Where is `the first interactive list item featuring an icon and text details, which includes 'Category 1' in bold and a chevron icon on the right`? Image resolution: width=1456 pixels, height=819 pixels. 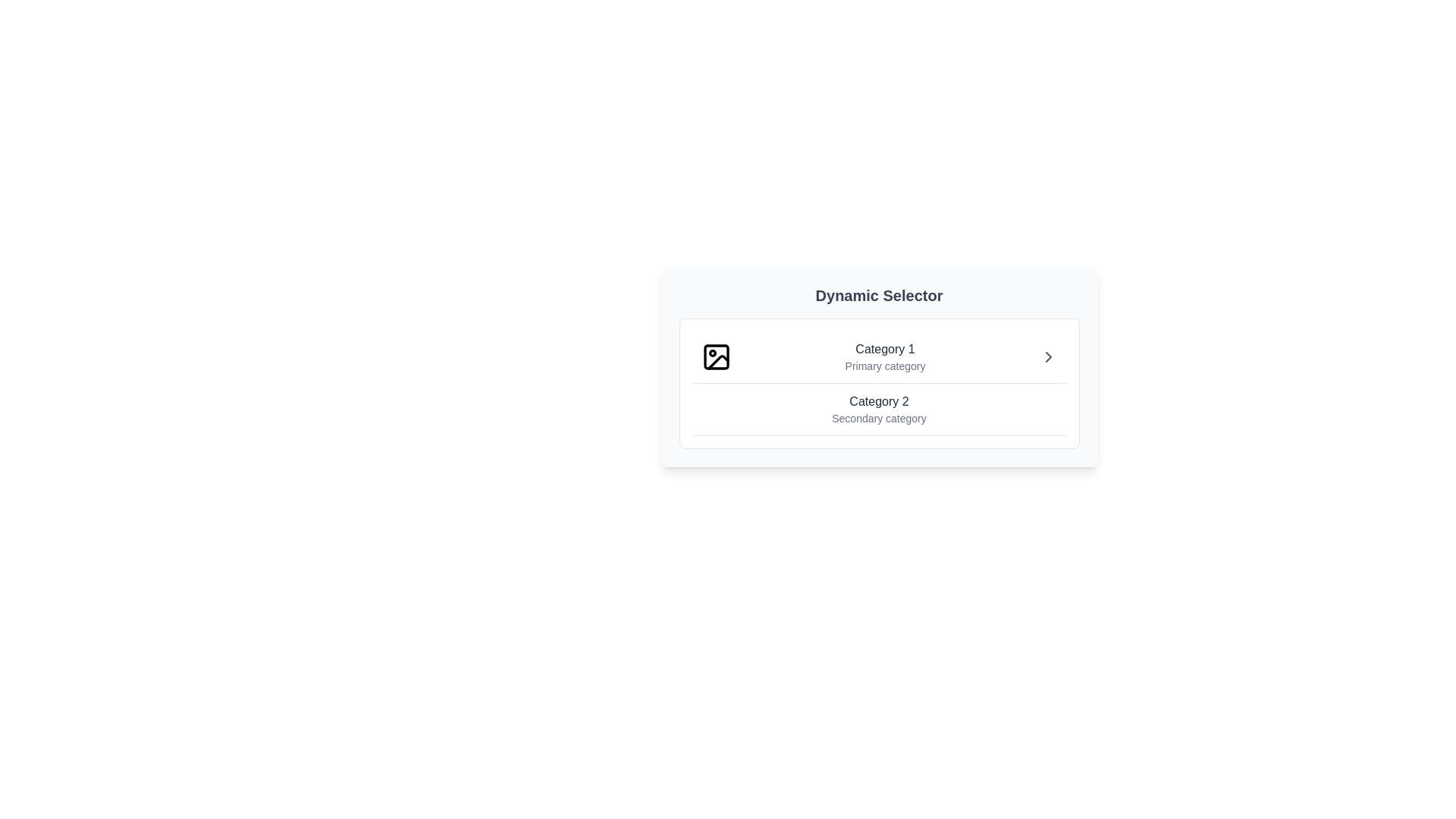 the first interactive list item featuring an icon and text details, which includes 'Category 1' in bold and a chevron icon on the right is located at coordinates (879, 357).